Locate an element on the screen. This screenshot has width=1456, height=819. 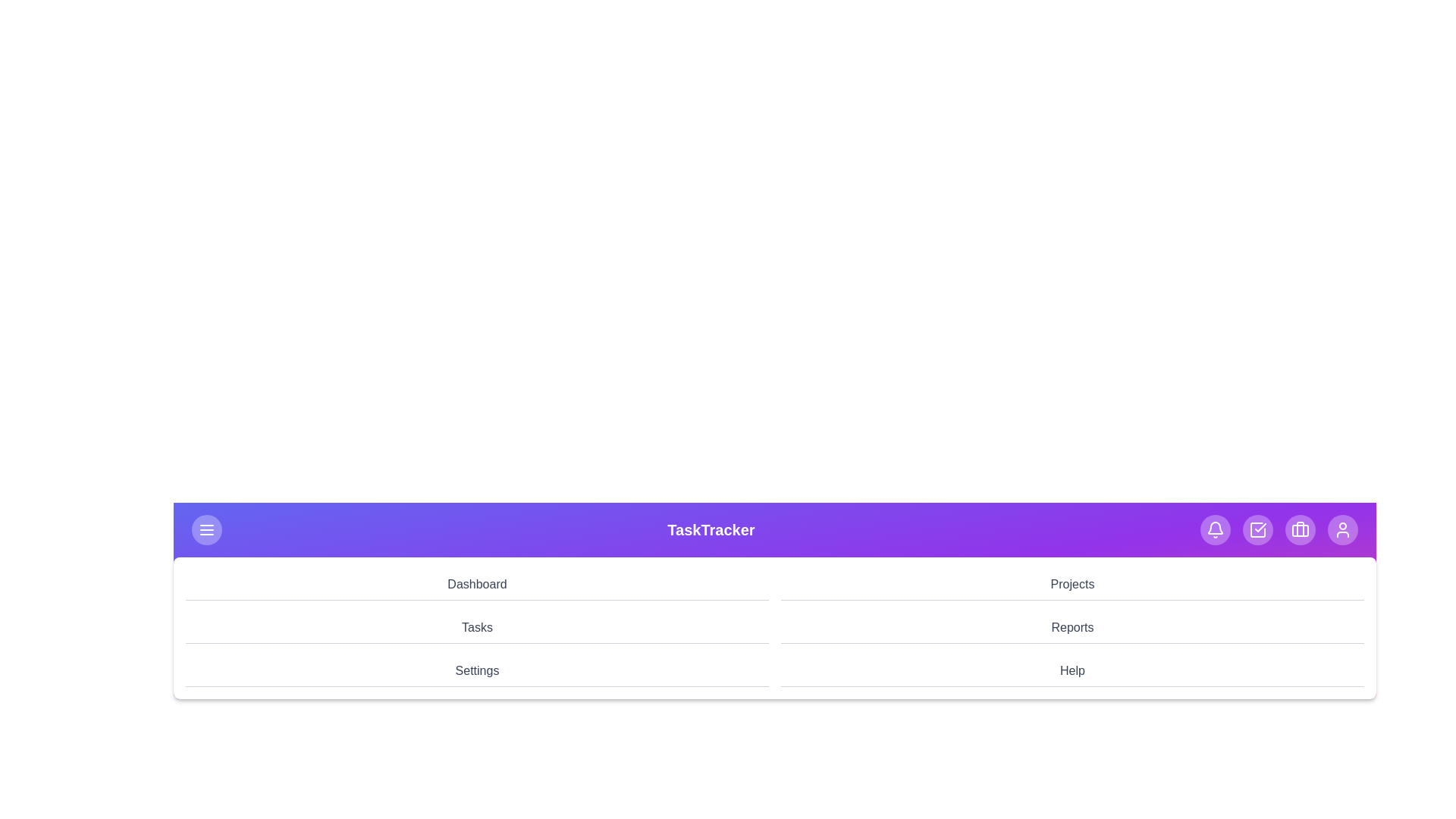
the notifications icon in the app bar is located at coordinates (1216, 529).